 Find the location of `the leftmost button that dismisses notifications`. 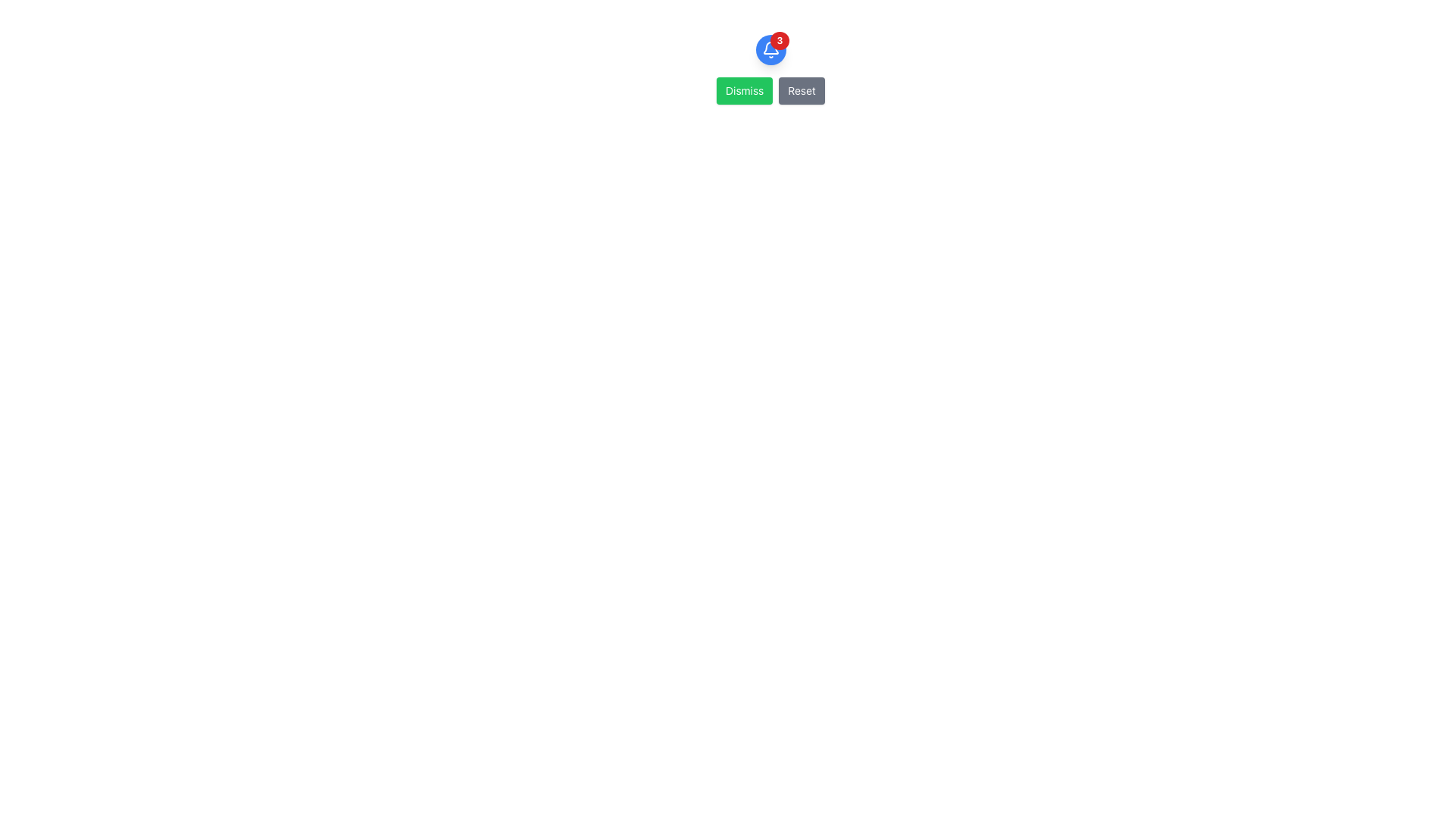

the leftmost button that dismisses notifications is located at coordinates (745, 90).